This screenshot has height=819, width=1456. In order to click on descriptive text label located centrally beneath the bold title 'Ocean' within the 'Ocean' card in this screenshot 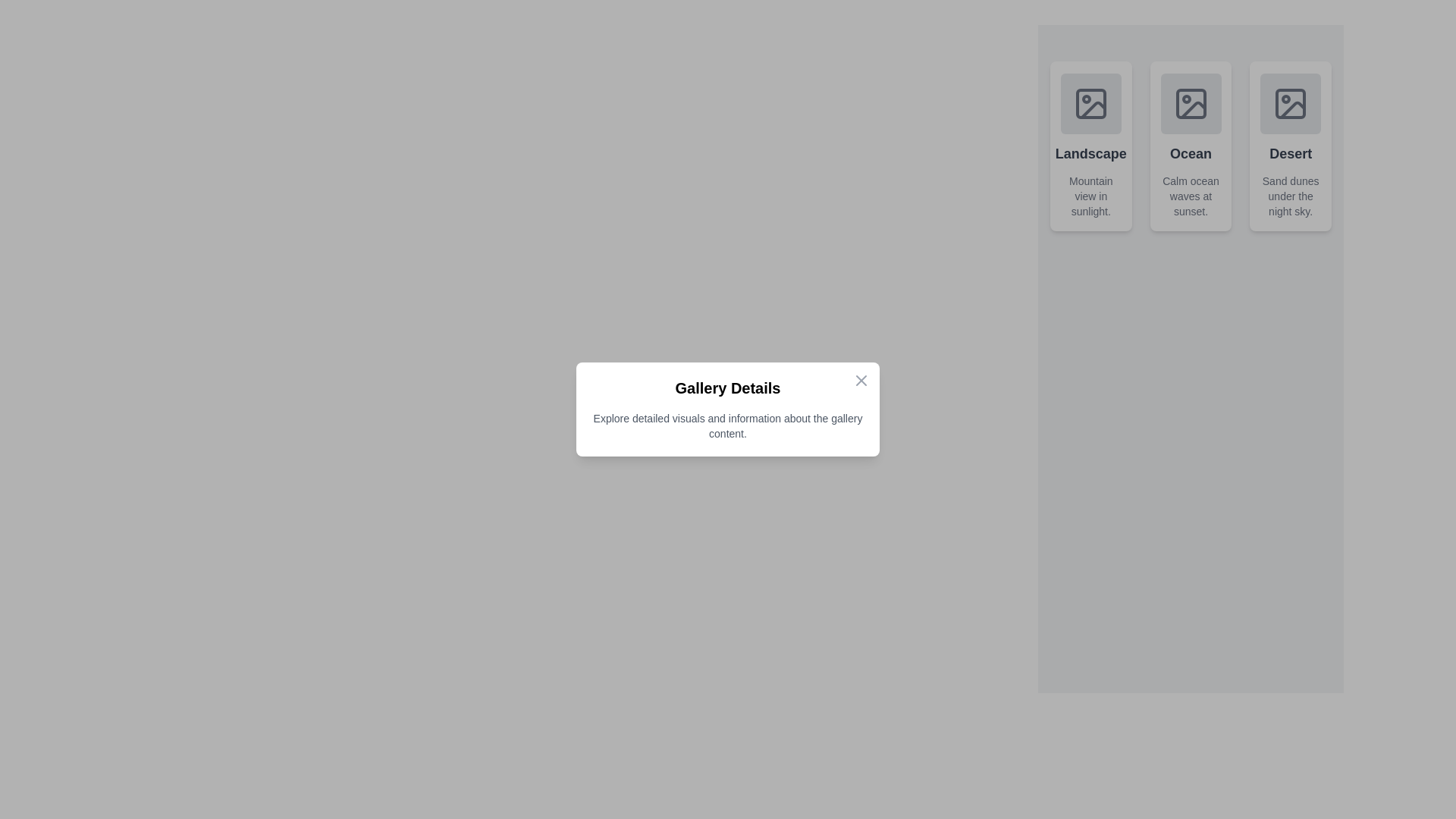, I will do `click(1190, 195)`.